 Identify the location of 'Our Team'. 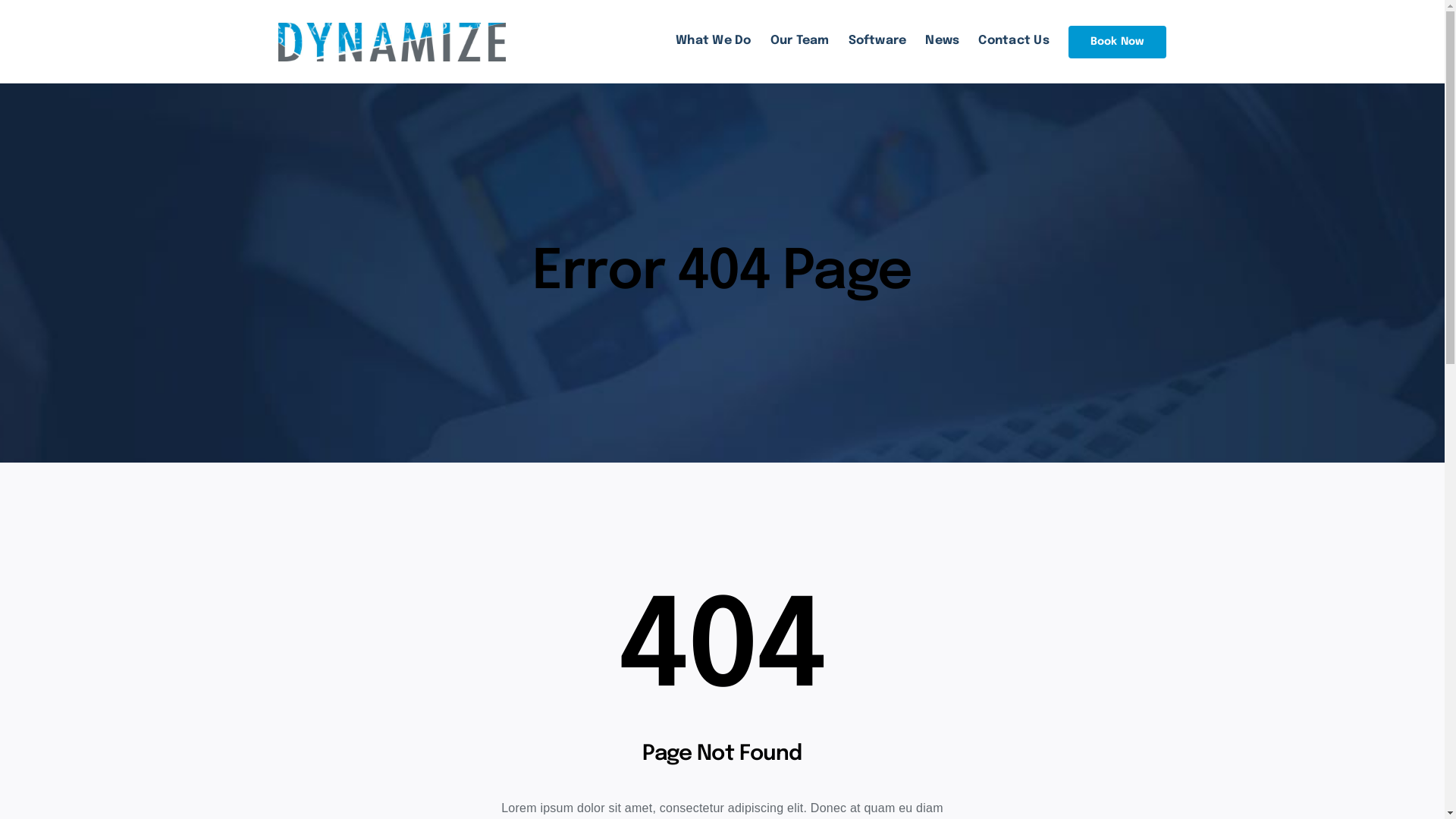
(799, 40).